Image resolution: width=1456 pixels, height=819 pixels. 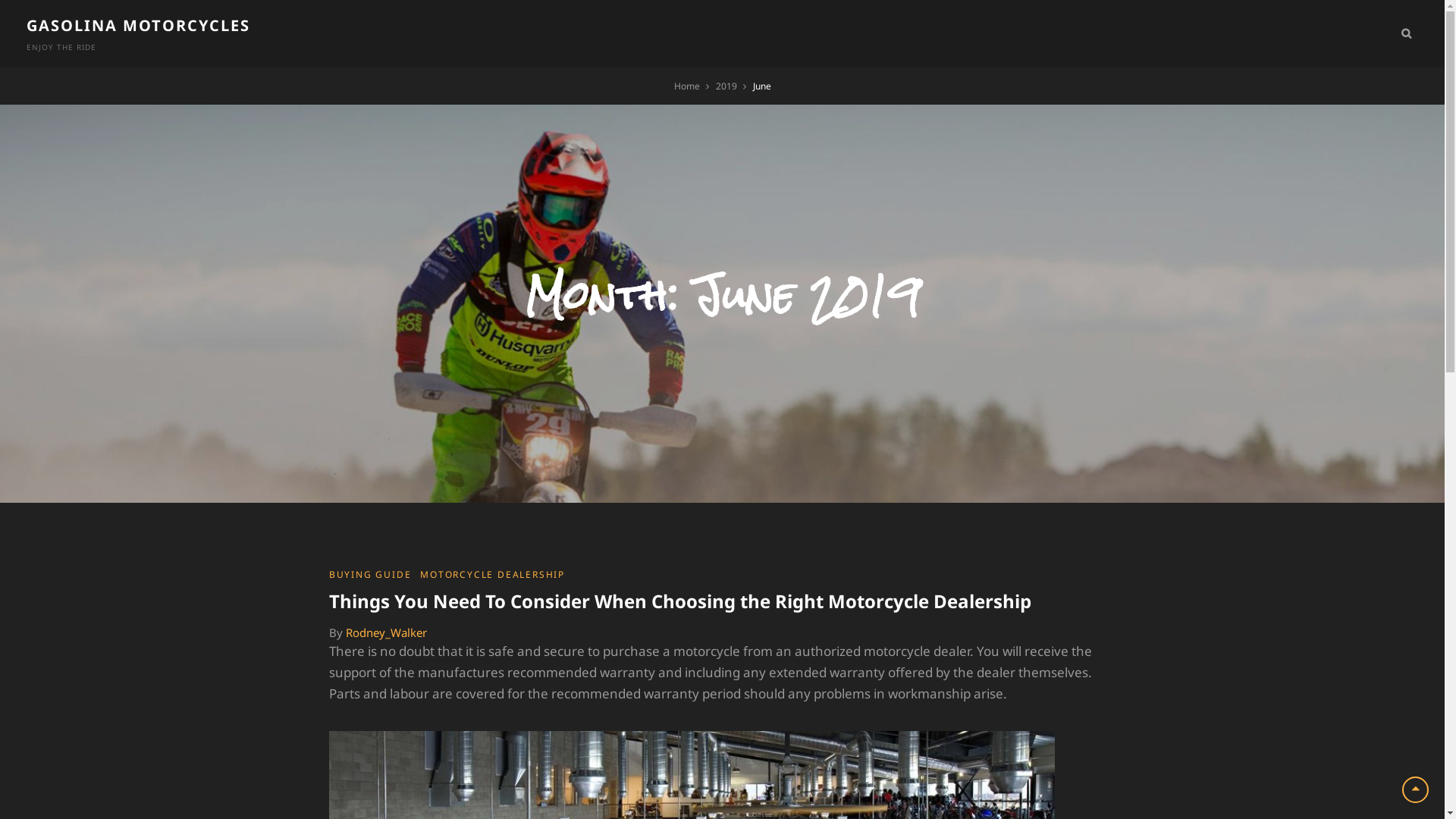 I want to click on 'Skip to content', so click(x=0, y=0).